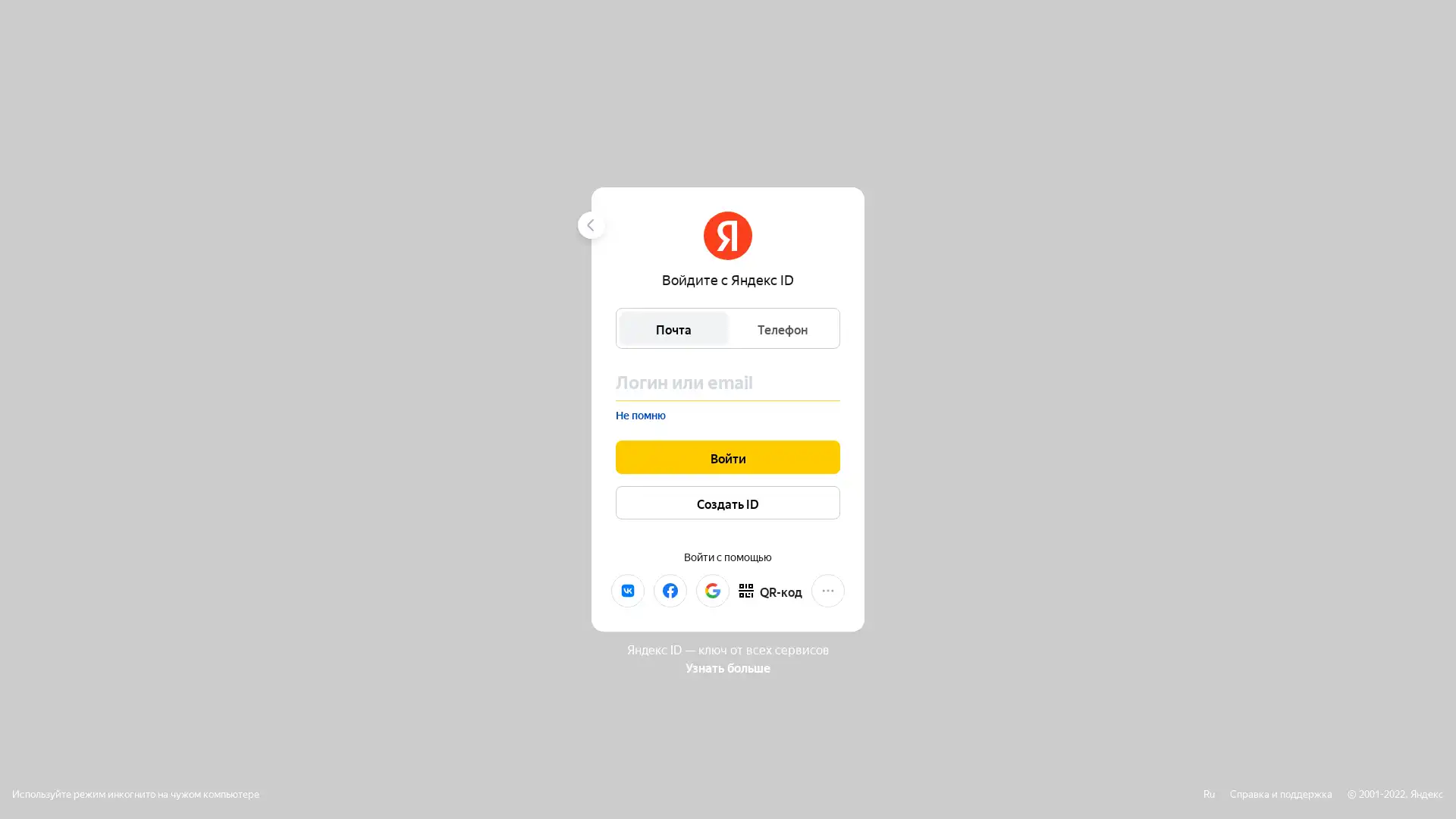 The width and height of the screenshot is (1456, 819). What do you see at coordinates (669, 589) in the screenshot?
I see `Facebook` at bounding box center [669, 589].